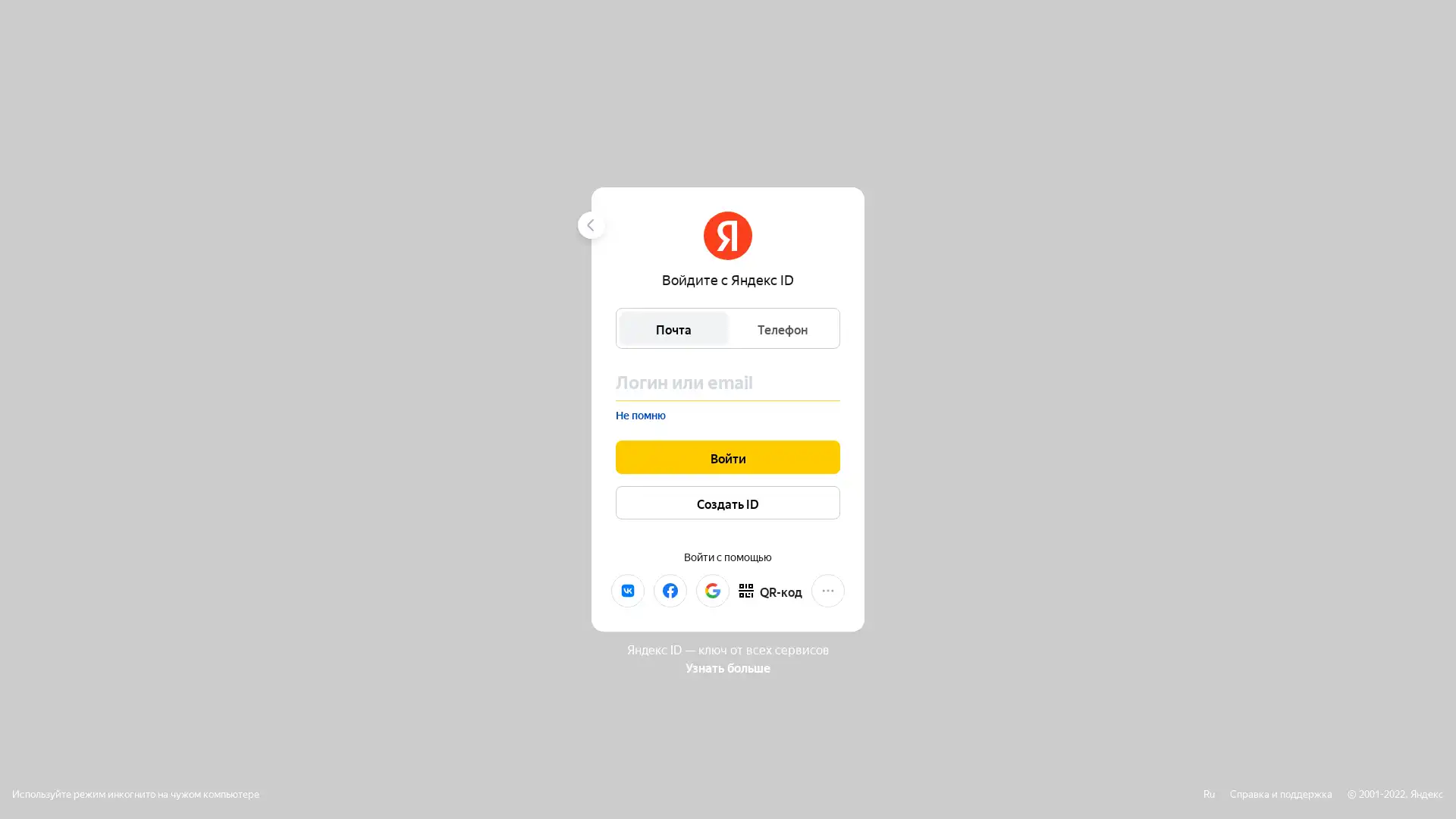 The width and height of the screenshot is (1456, 819). What do you see at coordinates (669, 589) in the screenshot?
I see `Facebook` at bounding box center [669, 589].